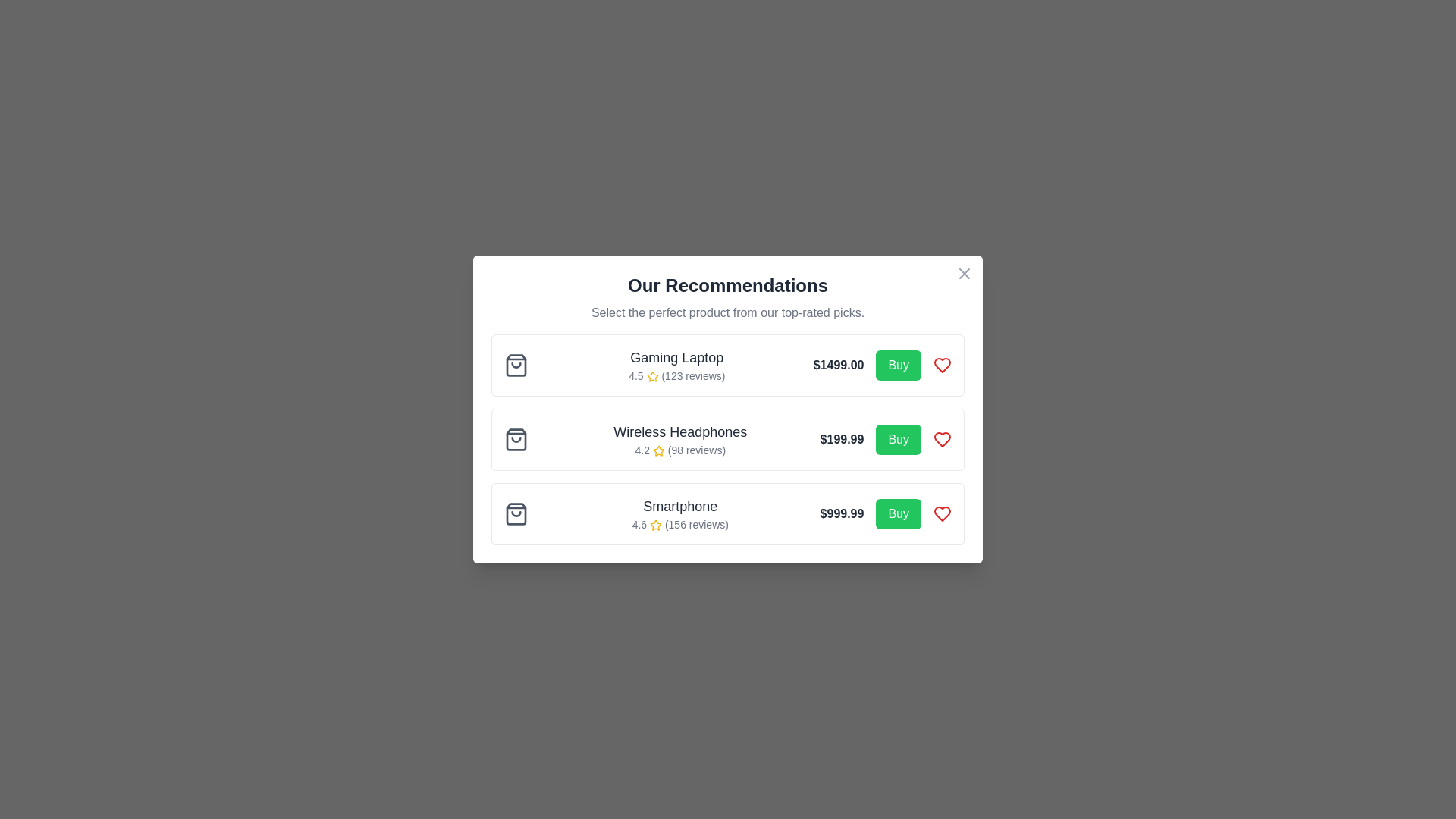 The width and height of the screenshot is (1456, 819). What do you see at coordinates (679, 439) in the screenshot?
I see `the informational text element displaying the title and rating for 'Wireless Headphones' in the second recommendation card, located above the price and CTA button` at bounding box center [679, 439].